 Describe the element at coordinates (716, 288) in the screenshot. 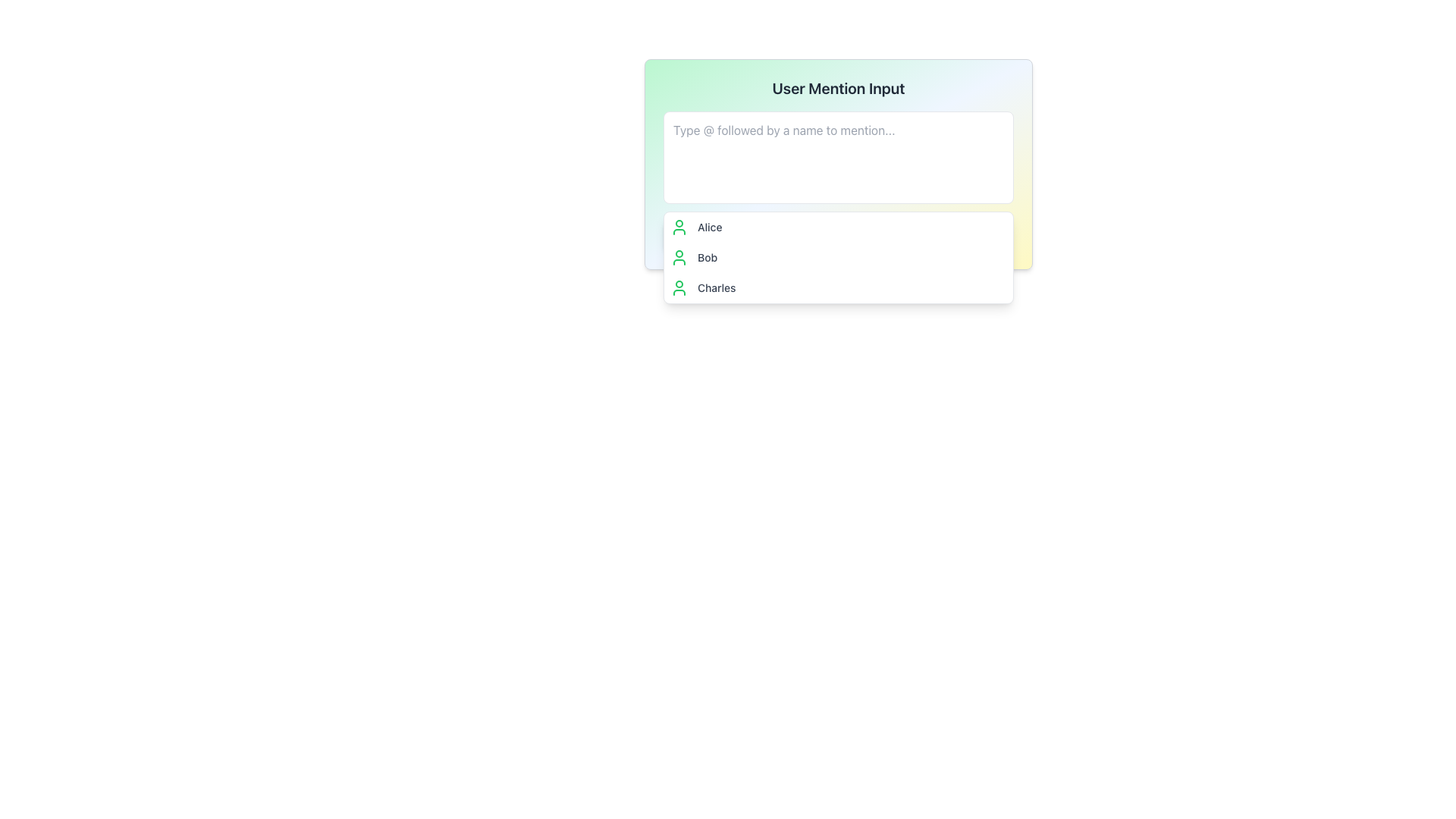

I see `to select the text 'Charles' within the third option of the dropdown list under 'User Mention Input'` at that location.